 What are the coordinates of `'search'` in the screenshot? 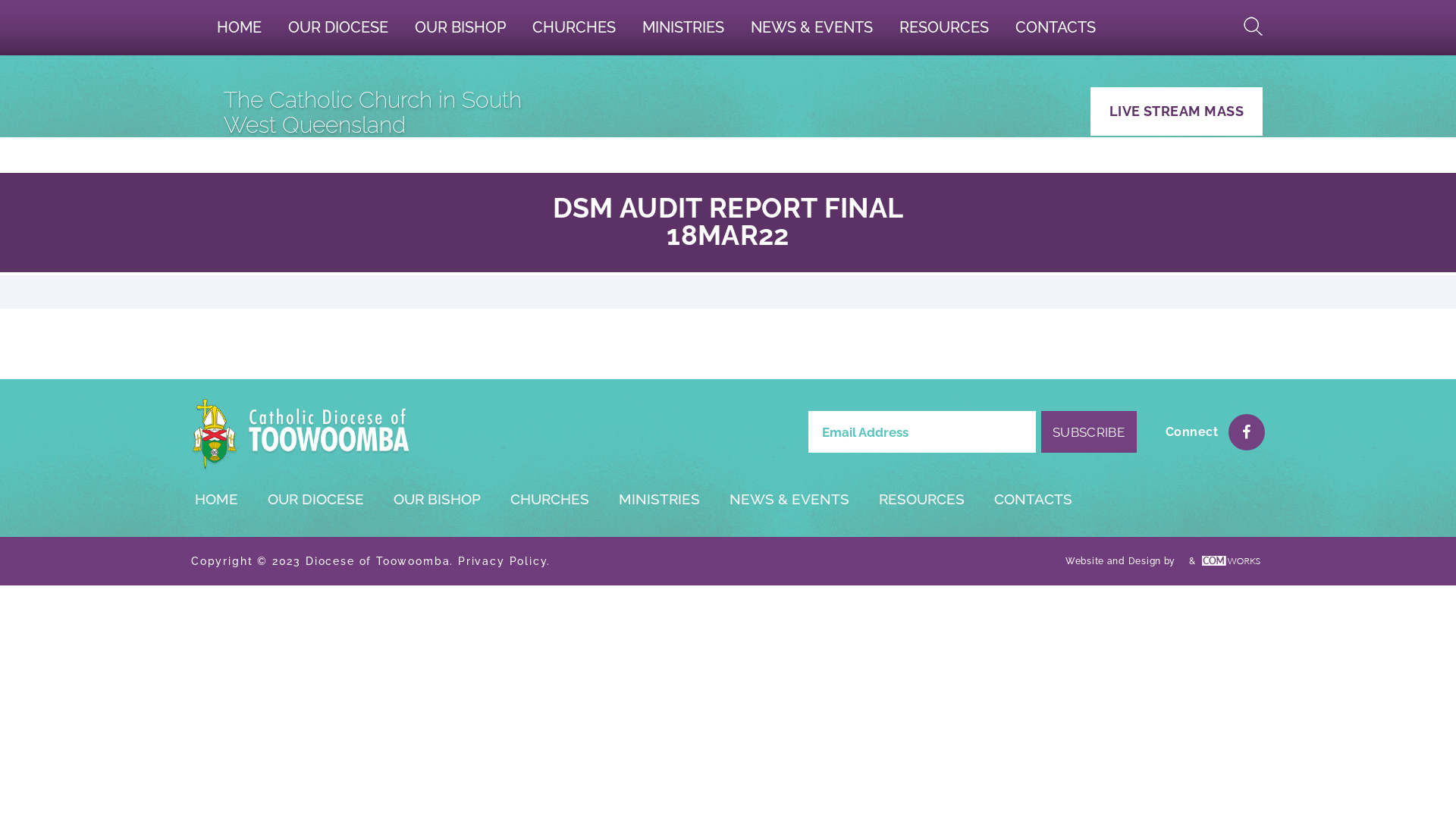 It's located at (1238, 26).